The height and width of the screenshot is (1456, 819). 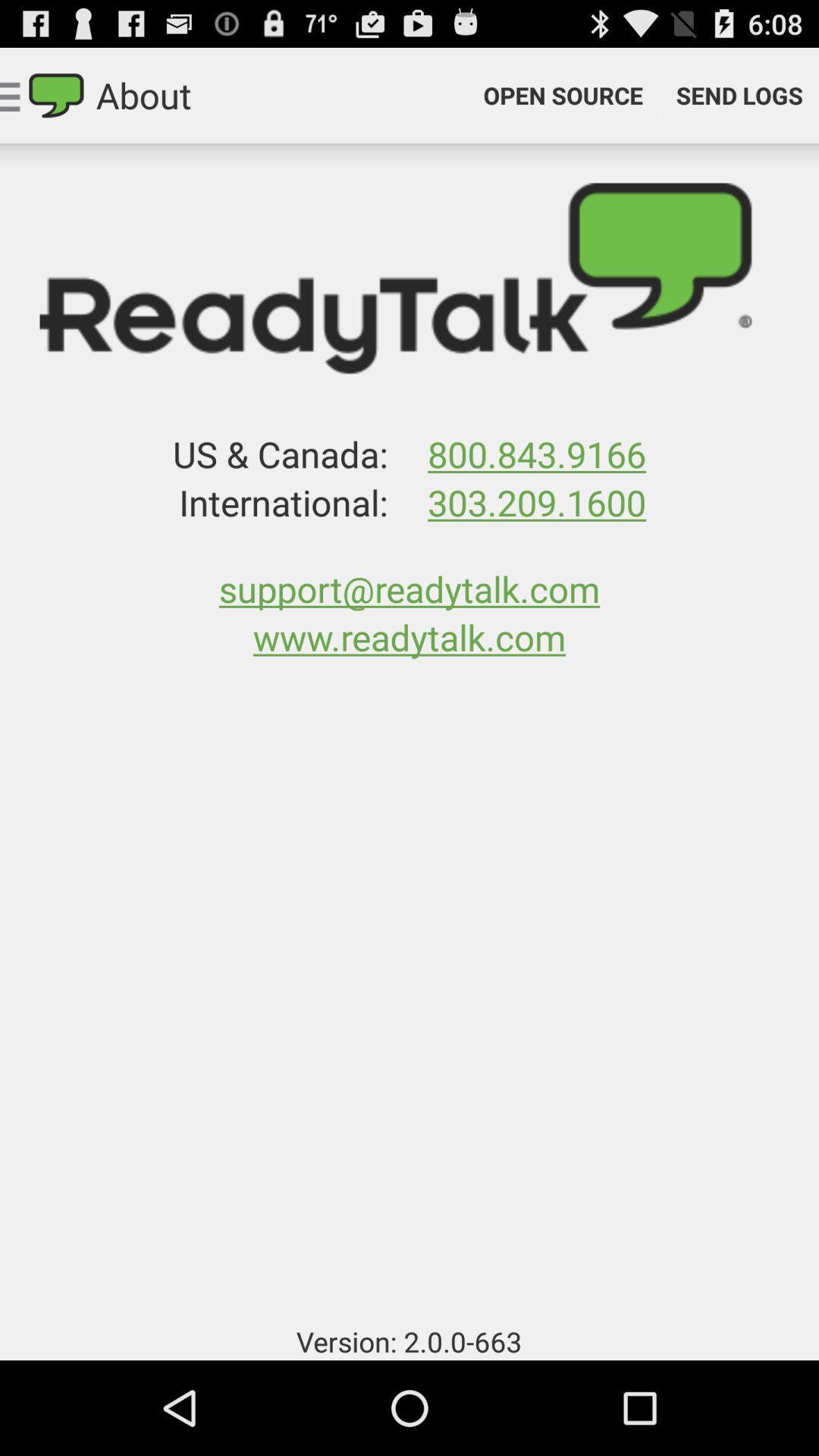 I want to click on the open source, so click(x=563, y=94).